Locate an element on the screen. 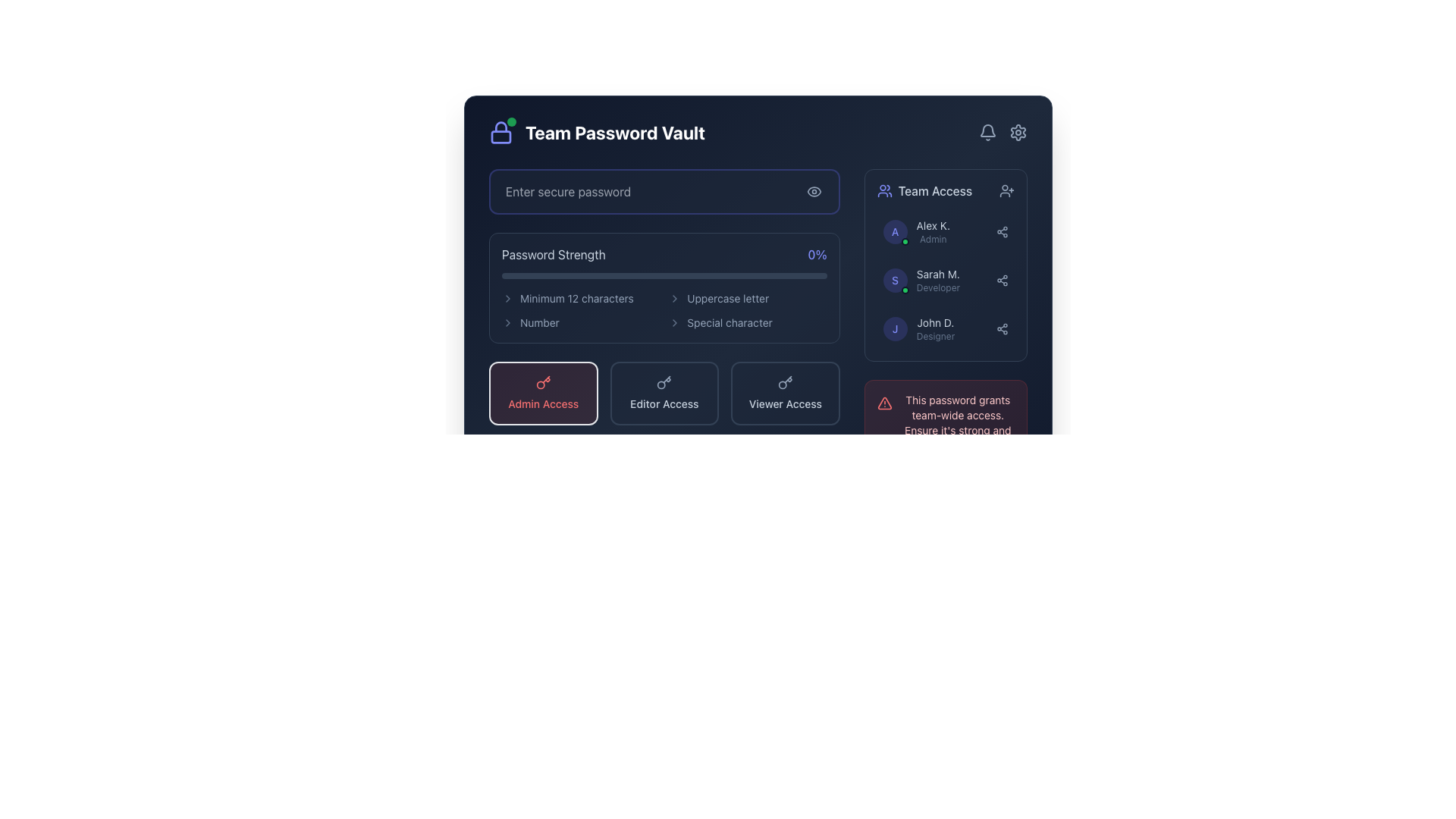 The height and width of the screenshot is (819, 1456). the share icon located at the far right of the list item for 'John D. Designer' in the Team Access panel is located at coordinates (945, 328).